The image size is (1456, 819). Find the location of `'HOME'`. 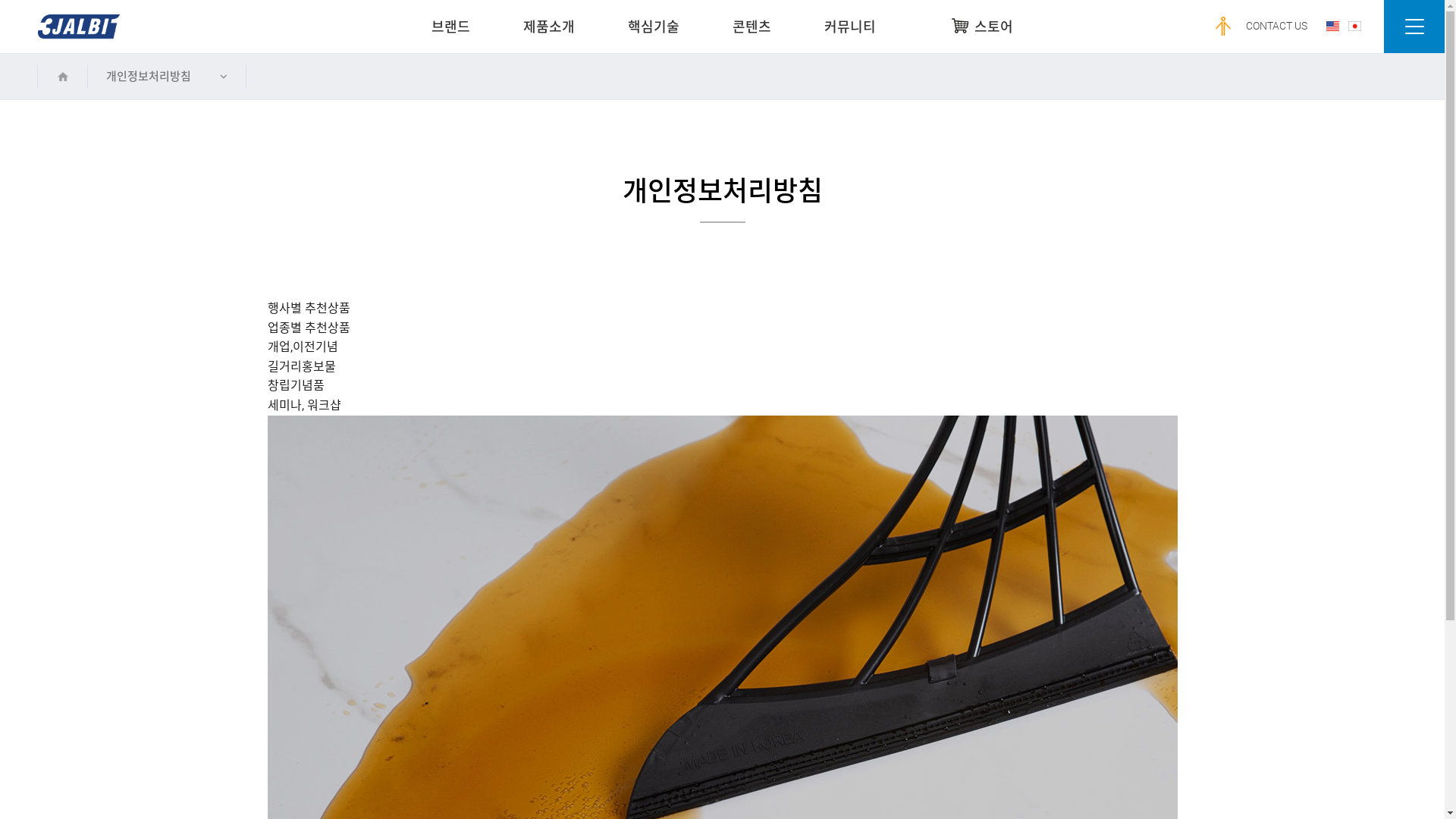

'HOME' is located at coordinates (61, 76).